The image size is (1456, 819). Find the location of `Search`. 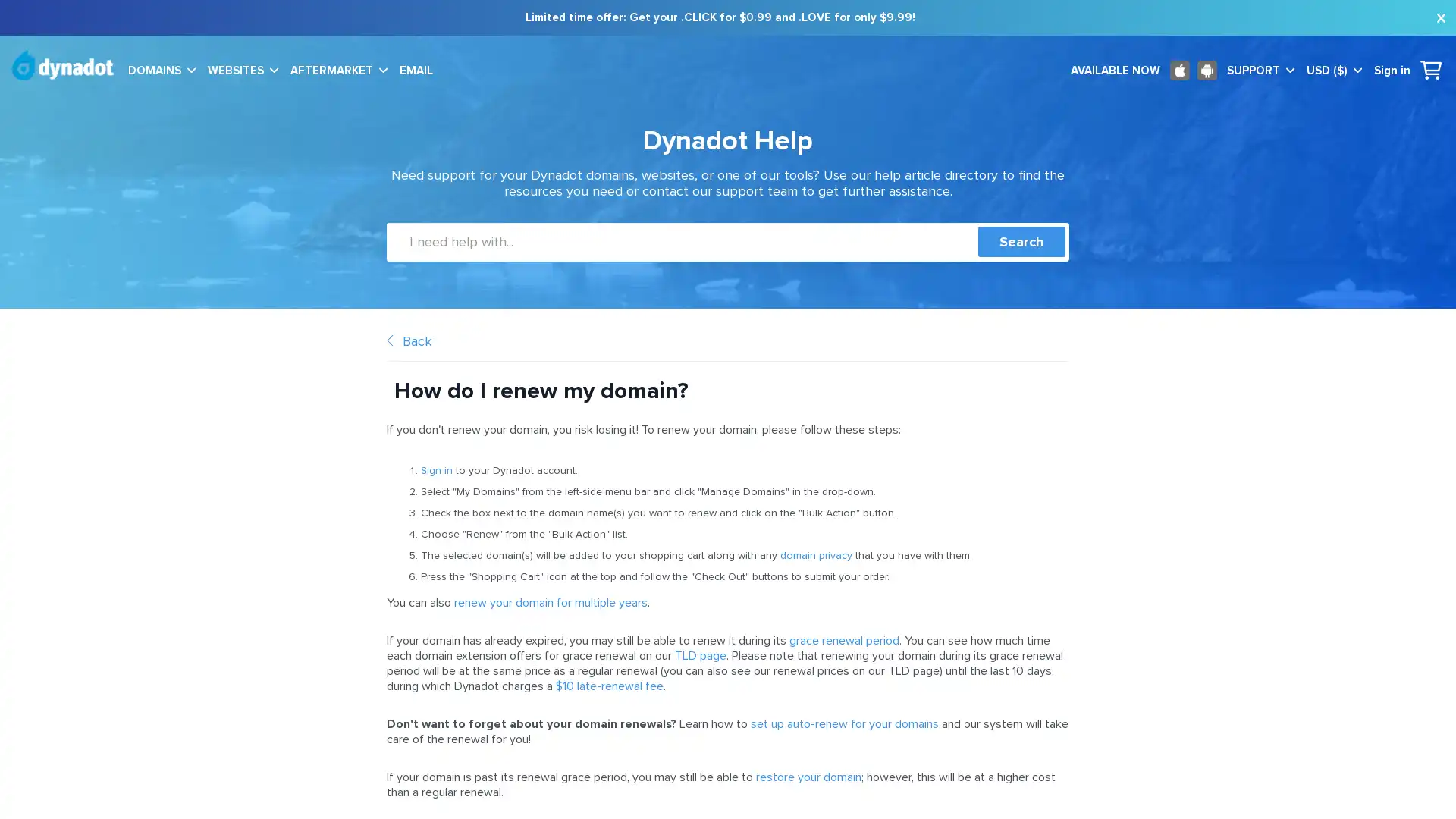

Search is located at coordinates (1021, 241).